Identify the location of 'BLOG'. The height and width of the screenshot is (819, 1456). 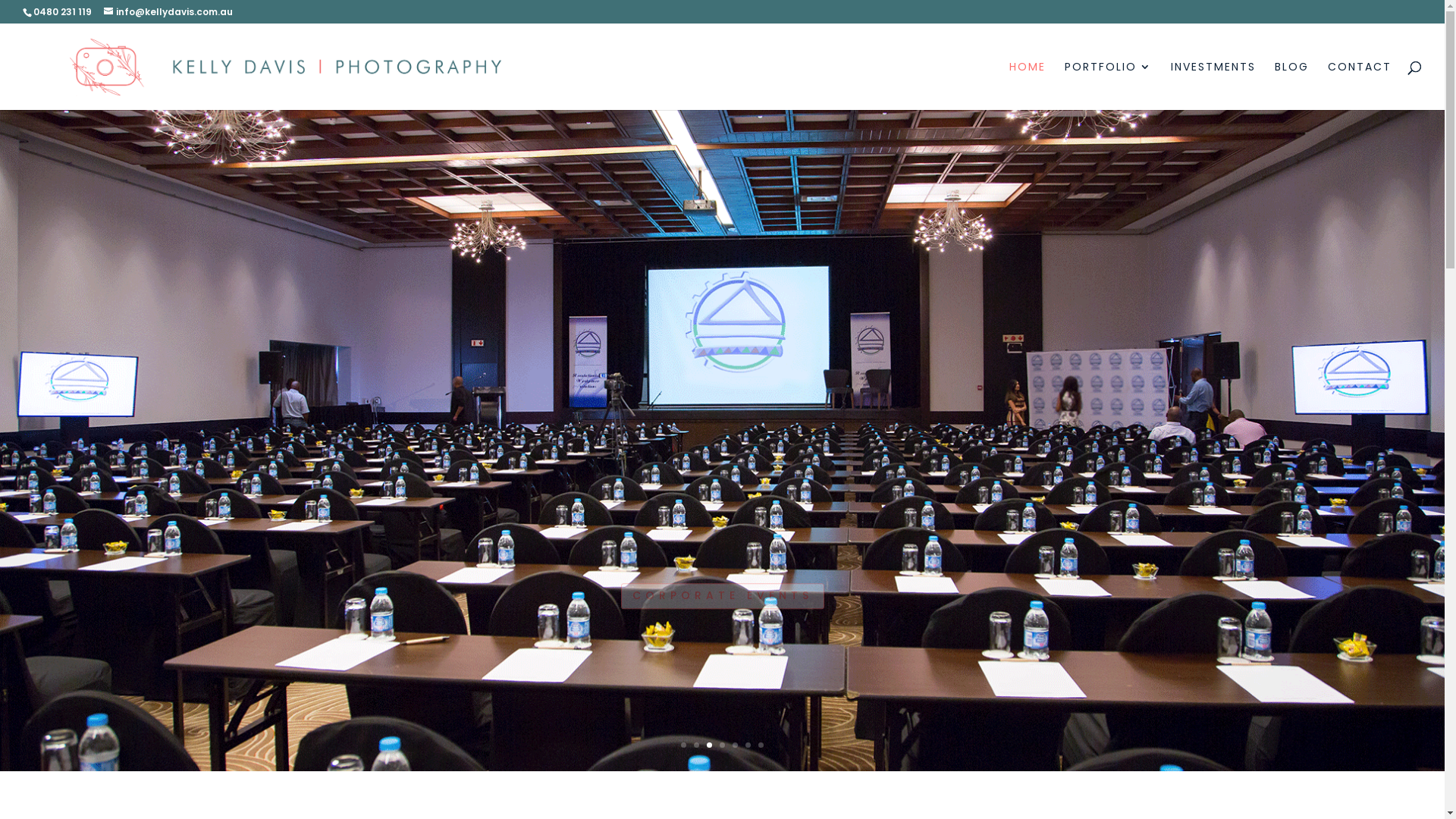
(1291, 85).